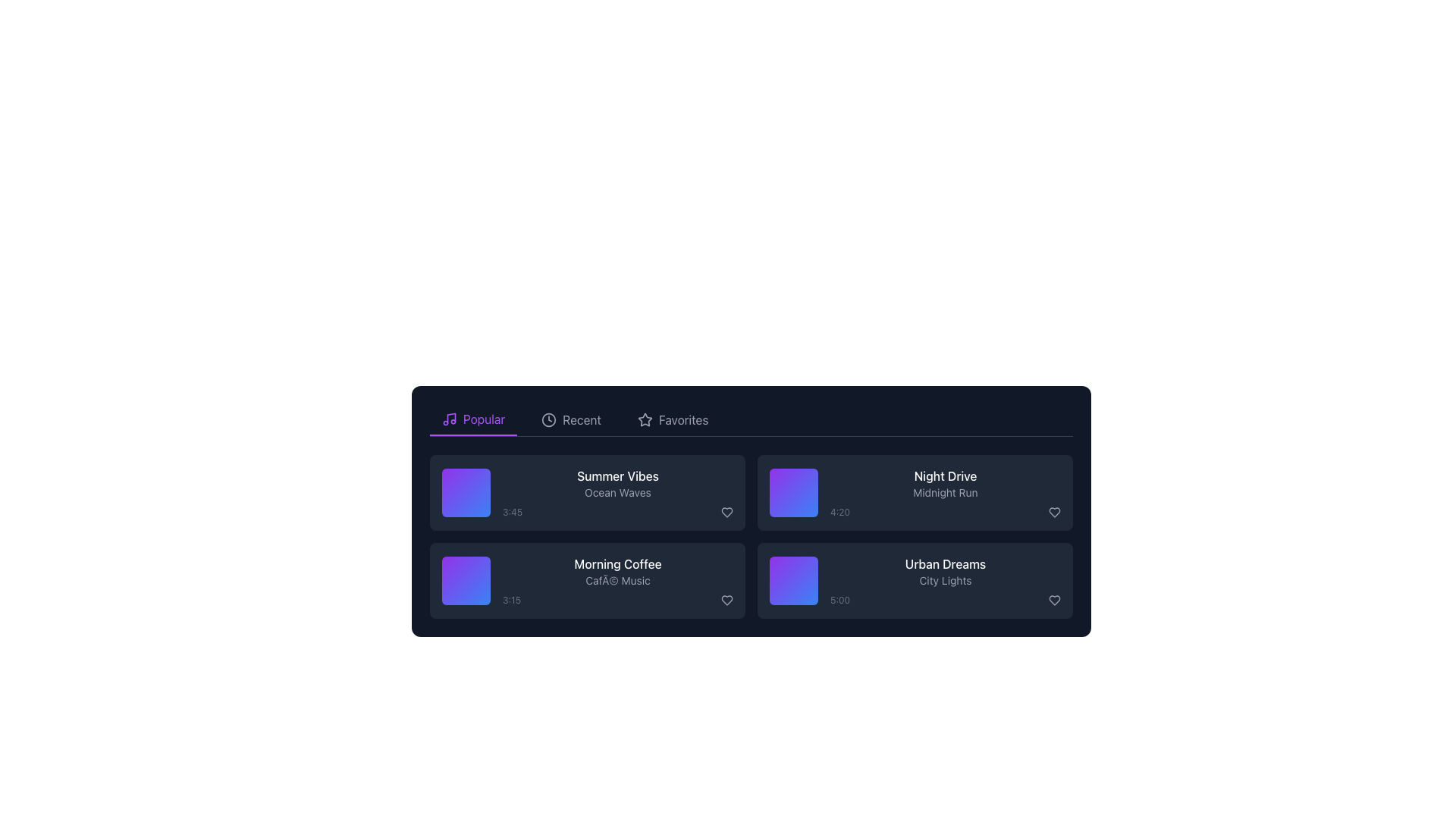  What do you see at coordinates (548, 420) in the screenshot?
I see `the 'Recent' icon located in the header navigation bar, adjacent to the 'Recent' label and before the 'Favorites' icon` at bounding box center [548, 420].